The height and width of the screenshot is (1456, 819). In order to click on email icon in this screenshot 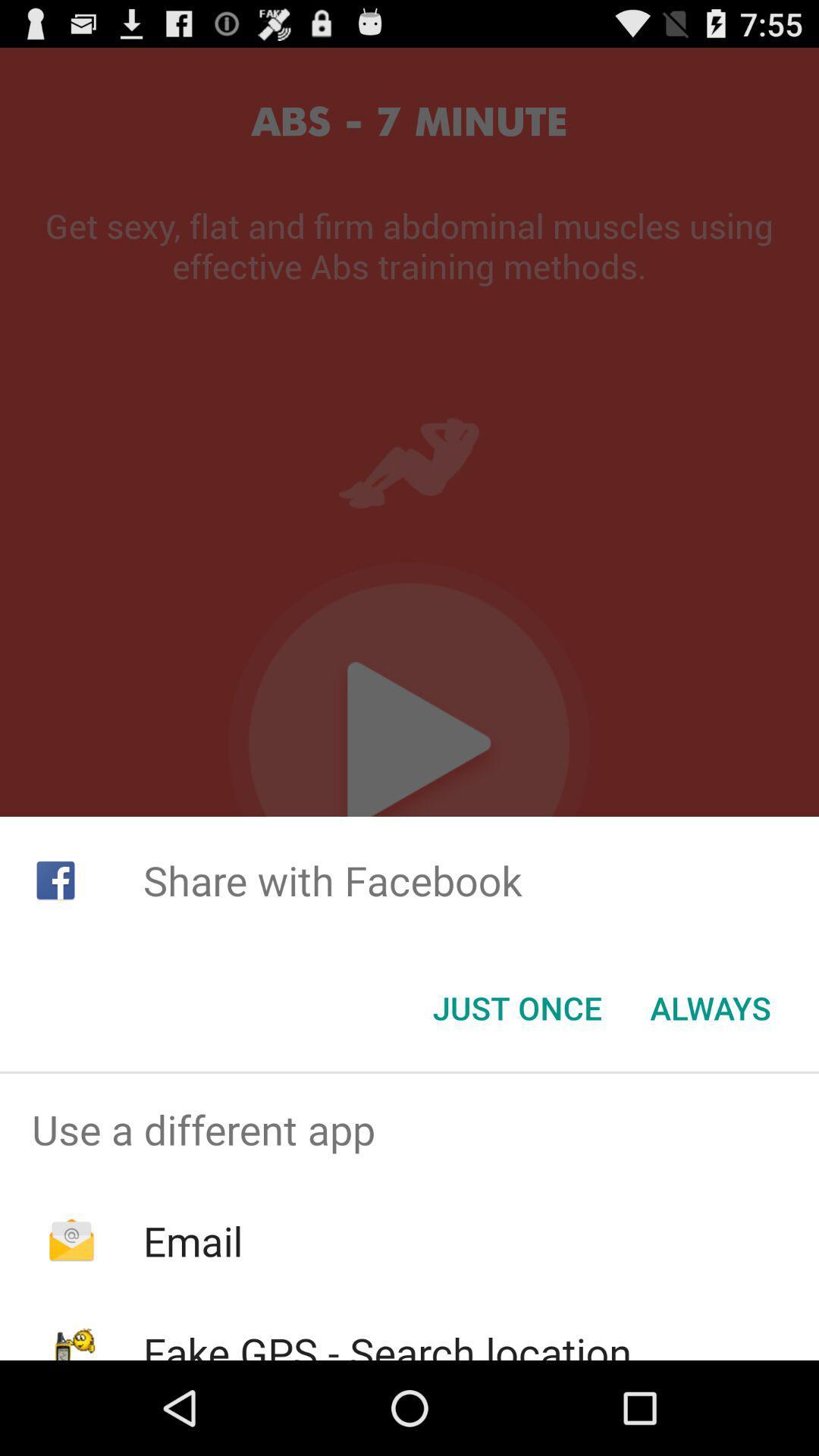, I will do `click(192, 1241)`.